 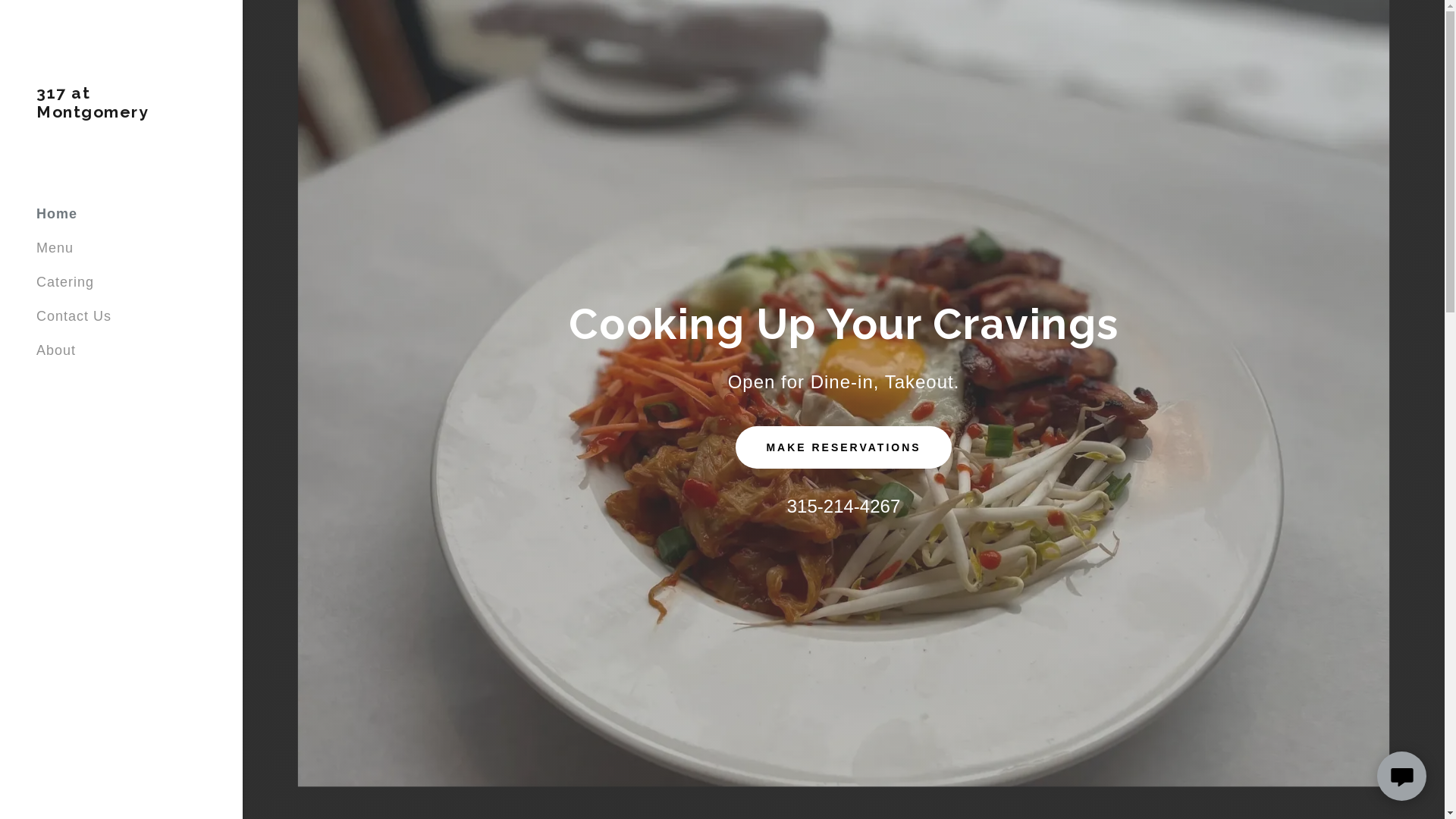 I want to click on 'Catering', so click(x=64, y=281).